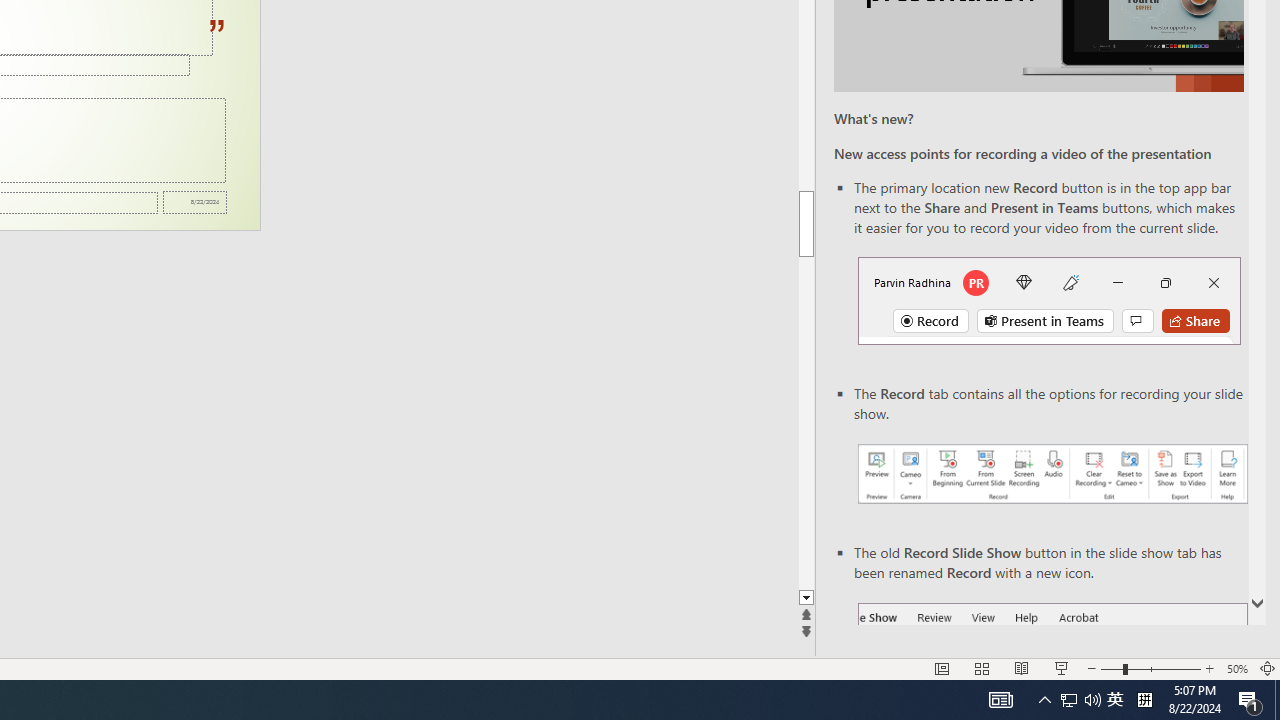 The image size is (1280, 720). Describe the element at coordinates (1051, 474) in the screenshot. I see `'Record your presentations screenshot one'` at that location.